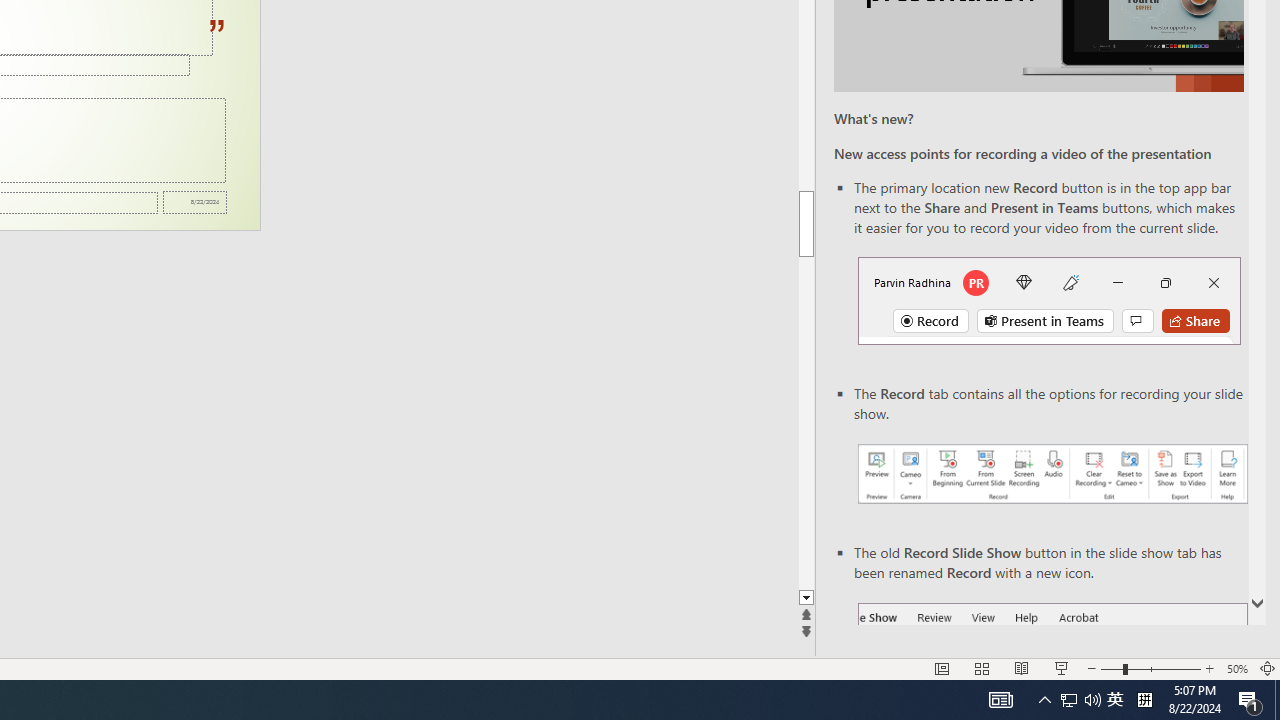 The image size is (1280, 720). Describe the element at coordinates (1051, 474) in the screenshot. I see `'Record your presentations screenshot one'` at that location.